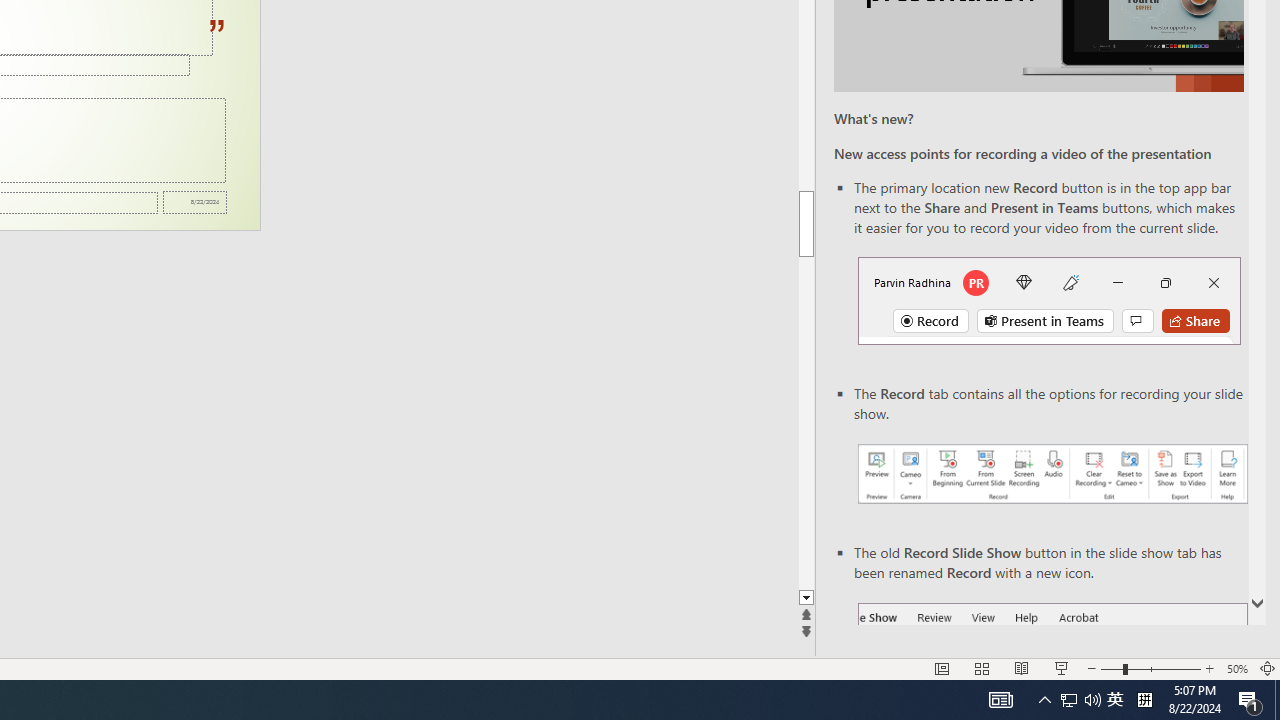 The image size is (1280, 720). Describe the element at coordinates (1051, 474) in the screenshot. I see `'Record your presentations screenshot one'` at that location.